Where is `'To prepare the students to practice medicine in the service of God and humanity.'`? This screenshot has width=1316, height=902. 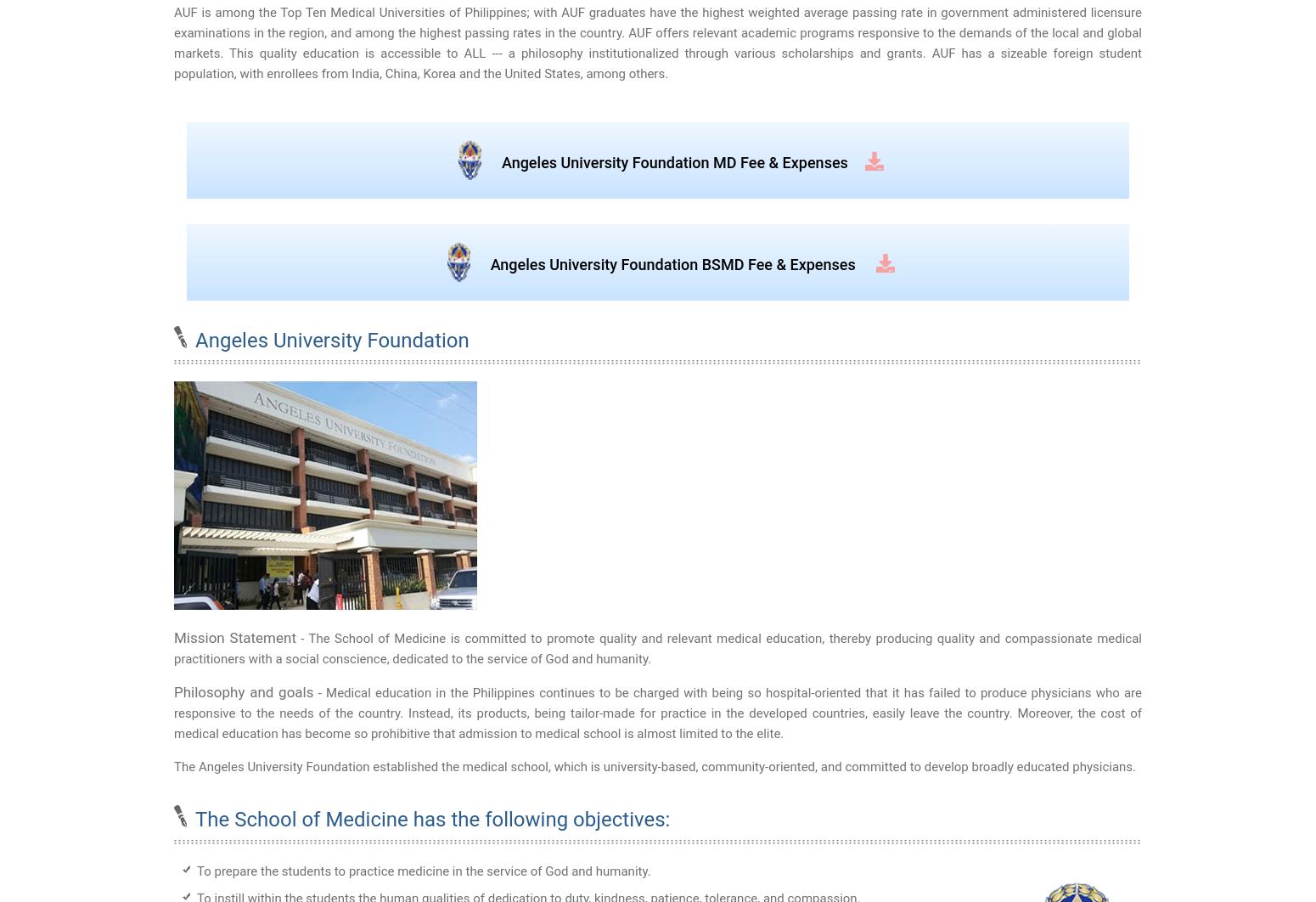 'To prepare the students to practice medicine in the service of God and humanity.' is located at coordinates (422, 870).